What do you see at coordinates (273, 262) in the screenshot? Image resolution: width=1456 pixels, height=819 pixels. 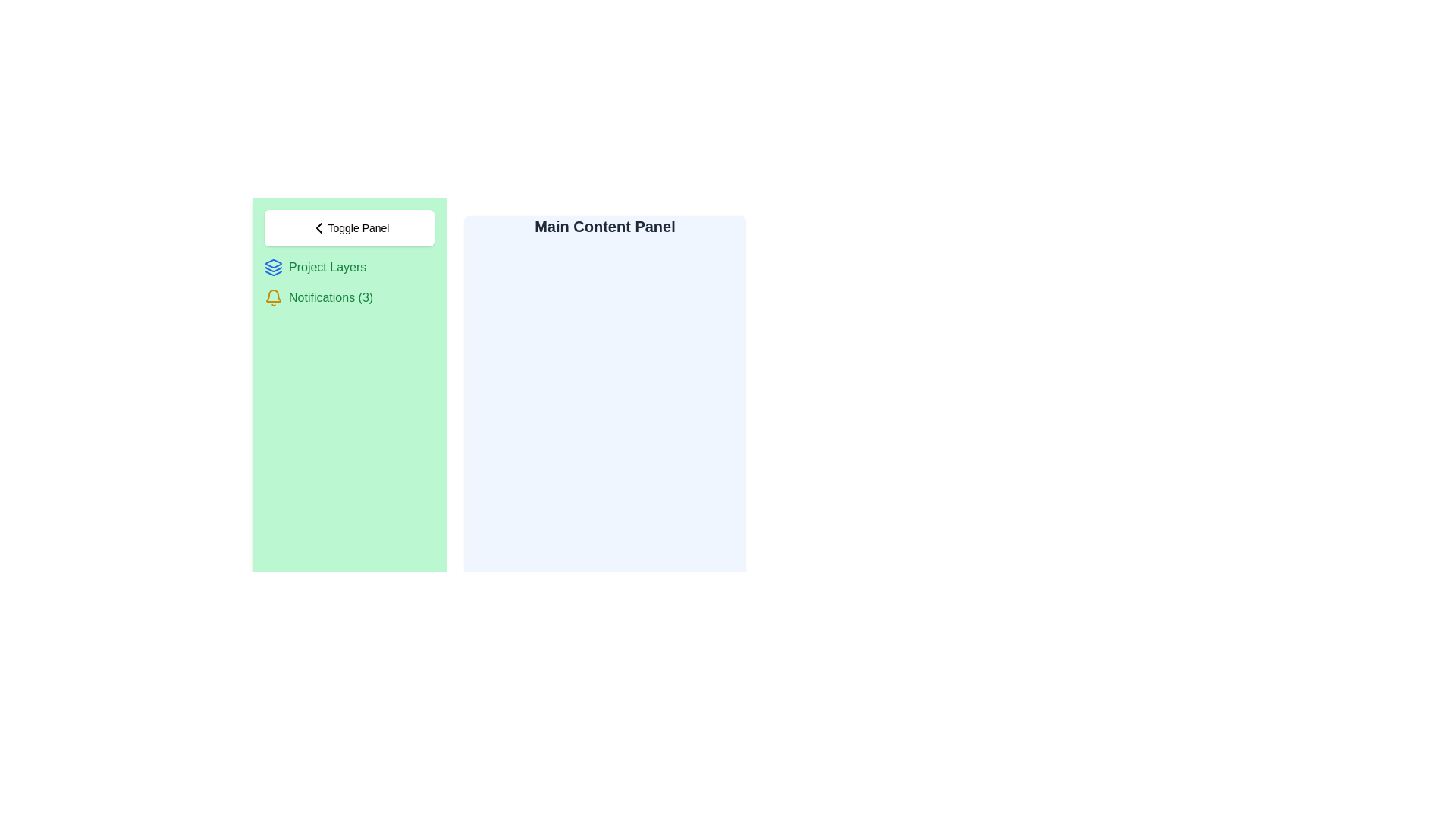 I see `the 'layers' icon, which is the topmost subcomponent in the SVG, located to the left of the 'Project Layers' text label` at bounding box center [273, 262].